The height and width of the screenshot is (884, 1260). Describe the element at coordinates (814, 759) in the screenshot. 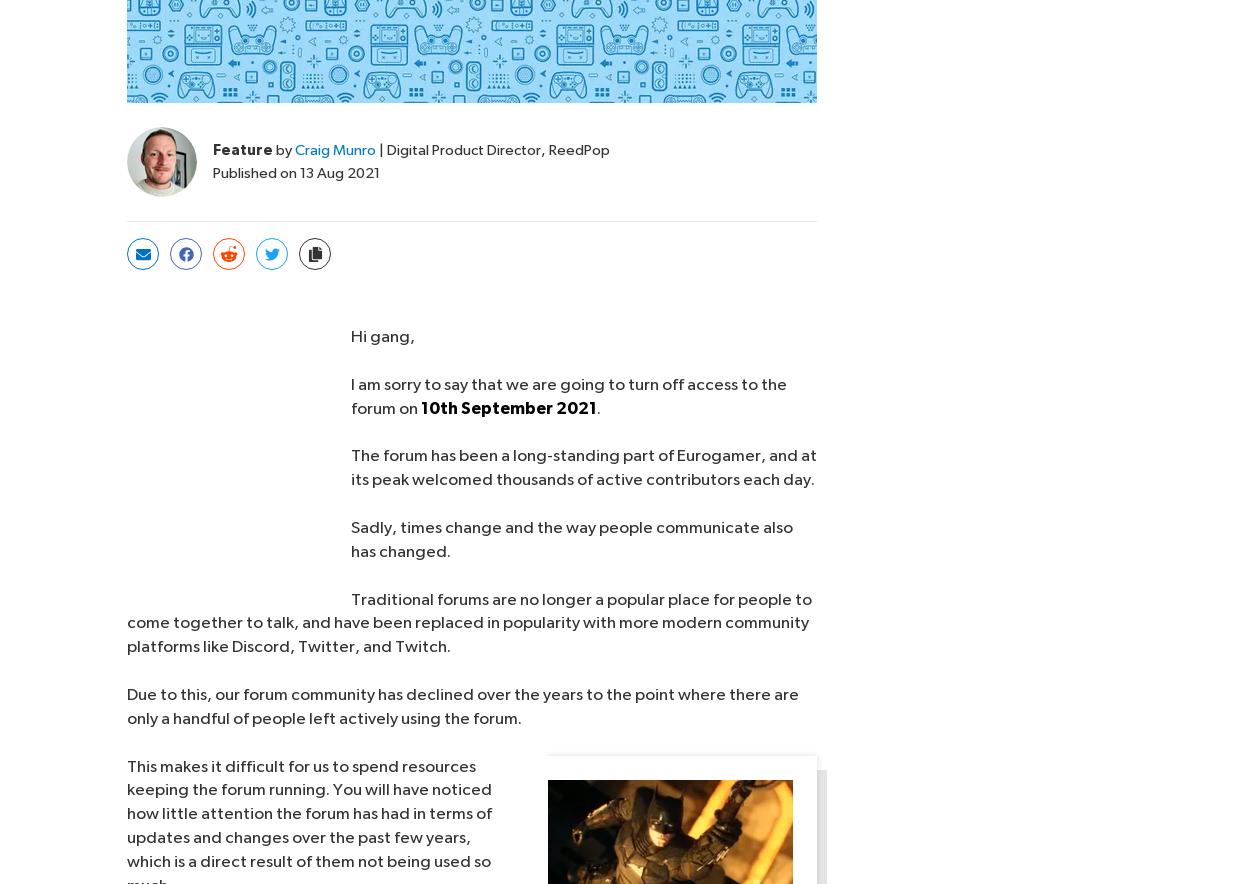

I see `'Eurogamer.nl'` at that location.